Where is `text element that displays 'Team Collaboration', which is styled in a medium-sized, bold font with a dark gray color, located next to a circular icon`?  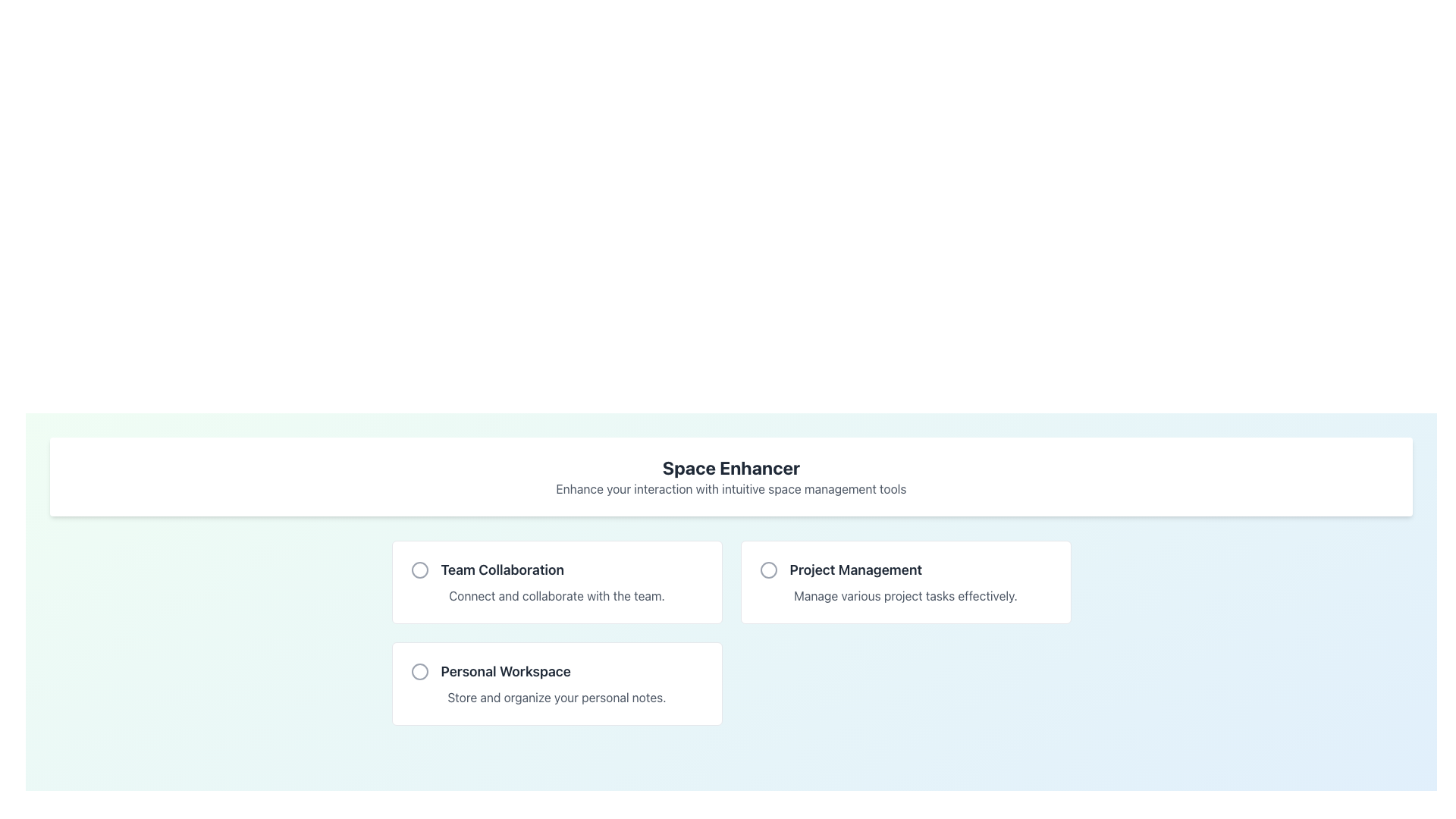 text element that displays 'Team Collaboration', which is styled in a medium-sized, bold font with a dark gray color, located next to a circular icon is located at coordinates (556, 570).